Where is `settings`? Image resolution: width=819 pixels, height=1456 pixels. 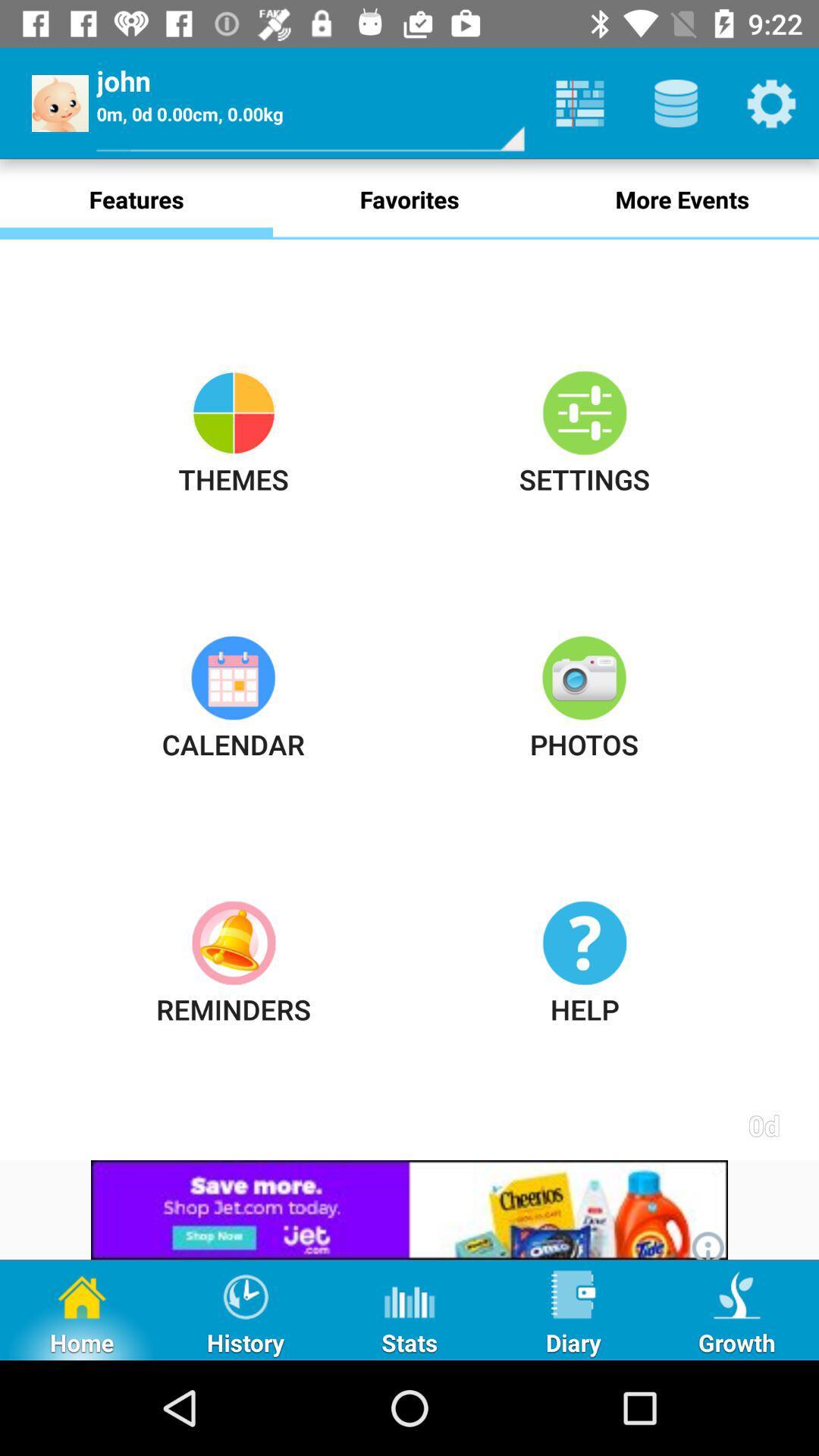 settings is located at coordinates (771, 102).